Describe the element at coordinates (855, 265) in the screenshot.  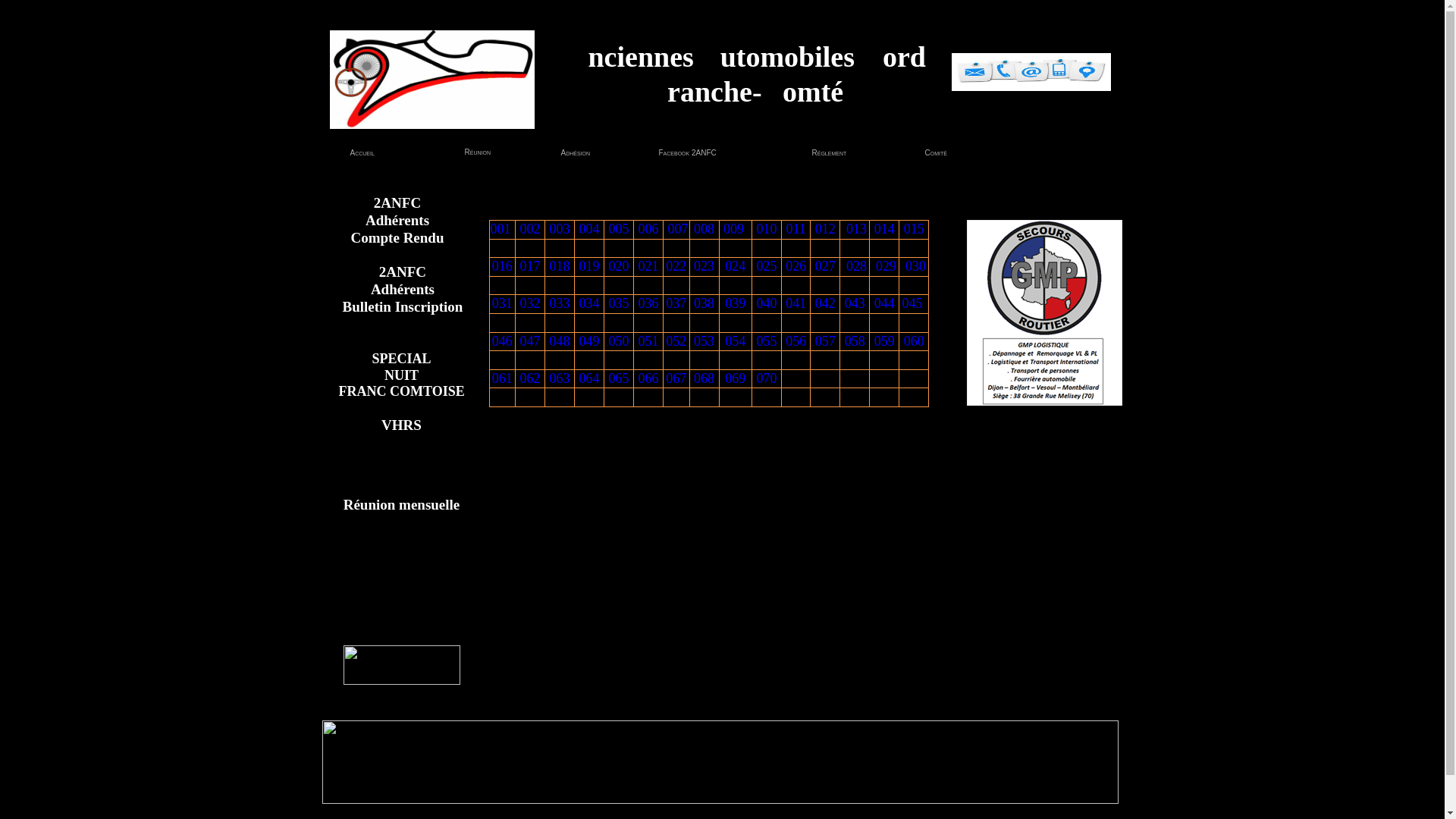
I see `' 028'` at that location.